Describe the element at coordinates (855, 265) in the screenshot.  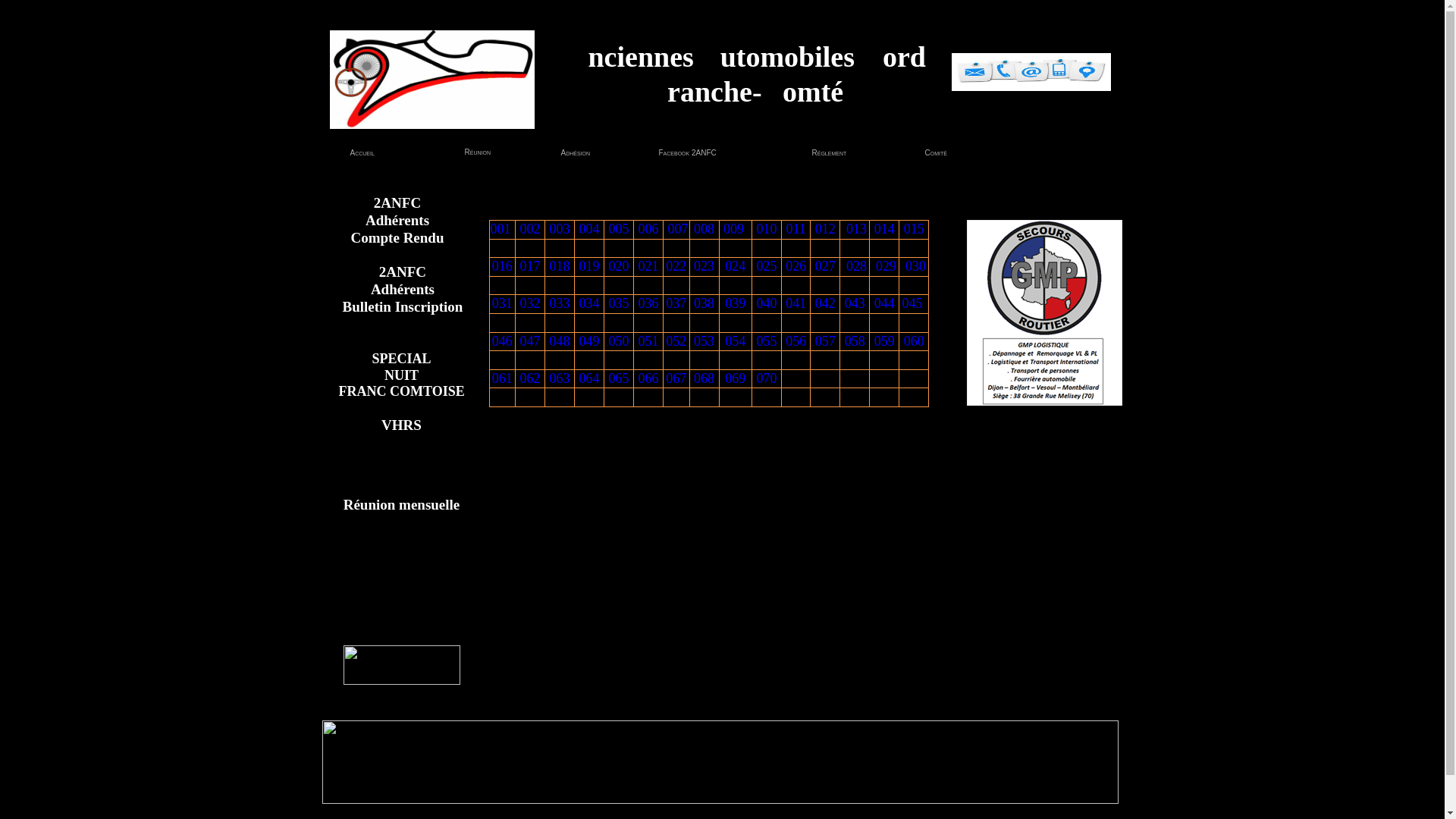
I see `' 028'` at that location.